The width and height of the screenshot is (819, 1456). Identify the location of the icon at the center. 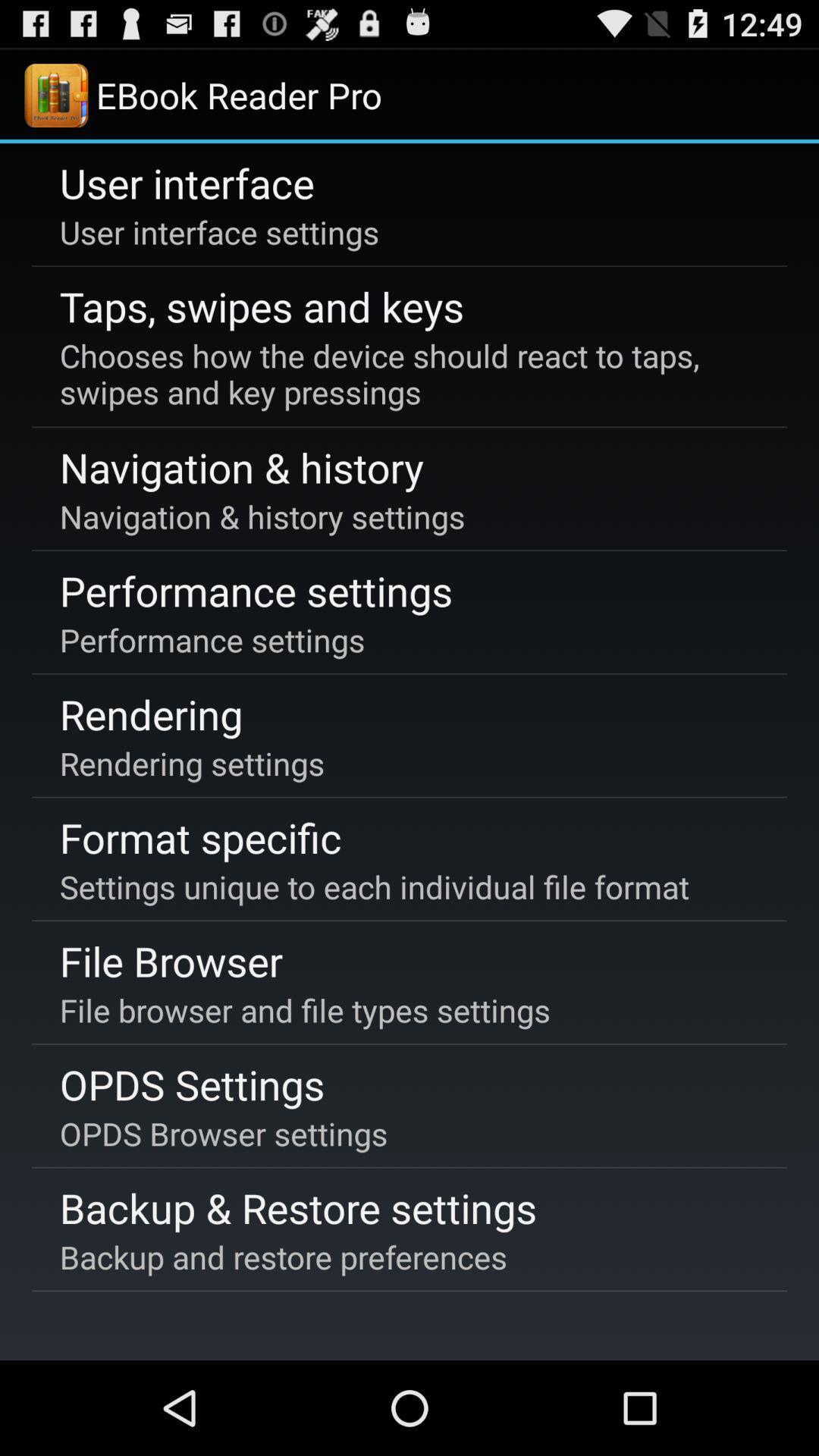
(374, 886).